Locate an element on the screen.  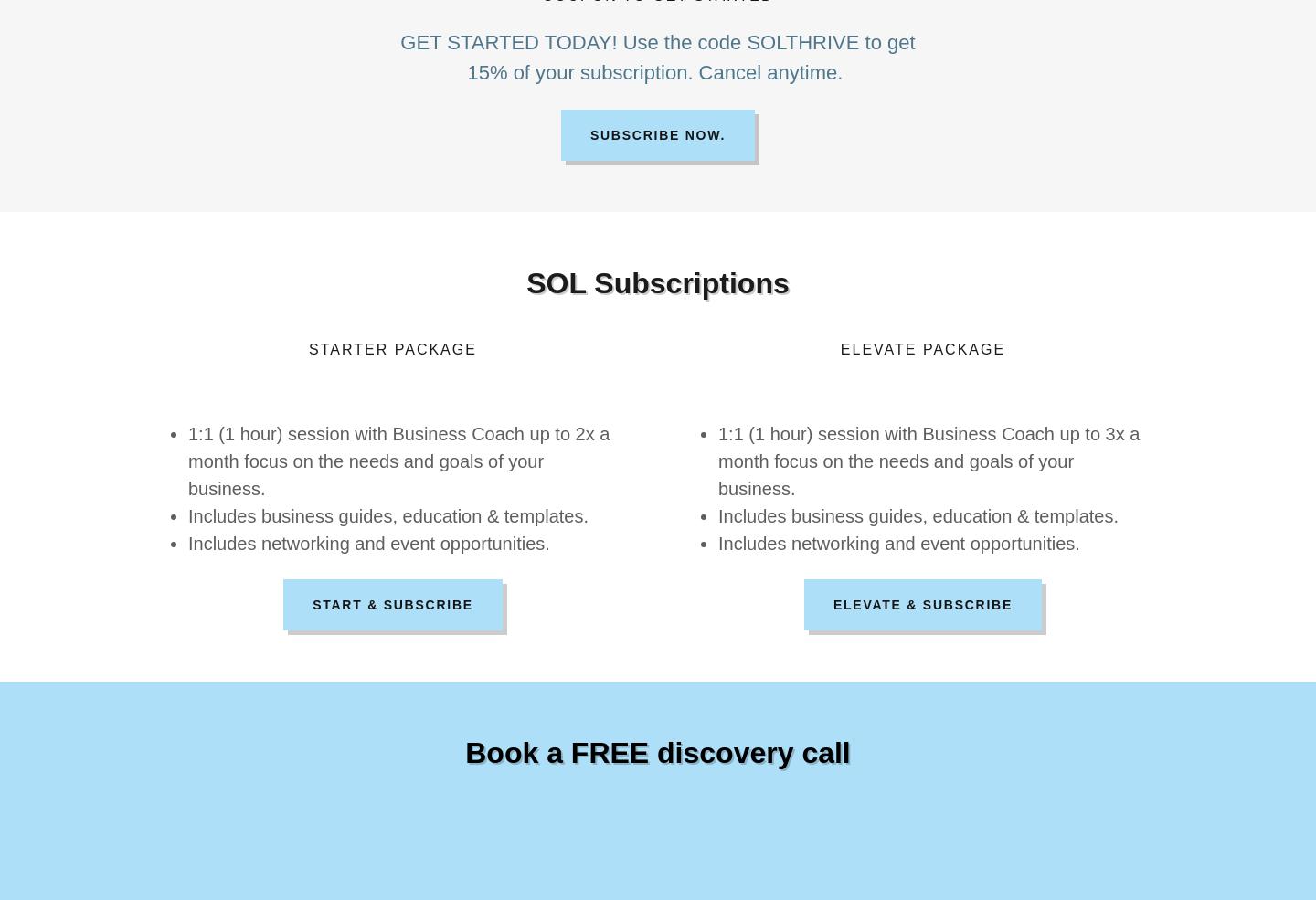
'Subscribe now.' is located at coordinates (657, 135).